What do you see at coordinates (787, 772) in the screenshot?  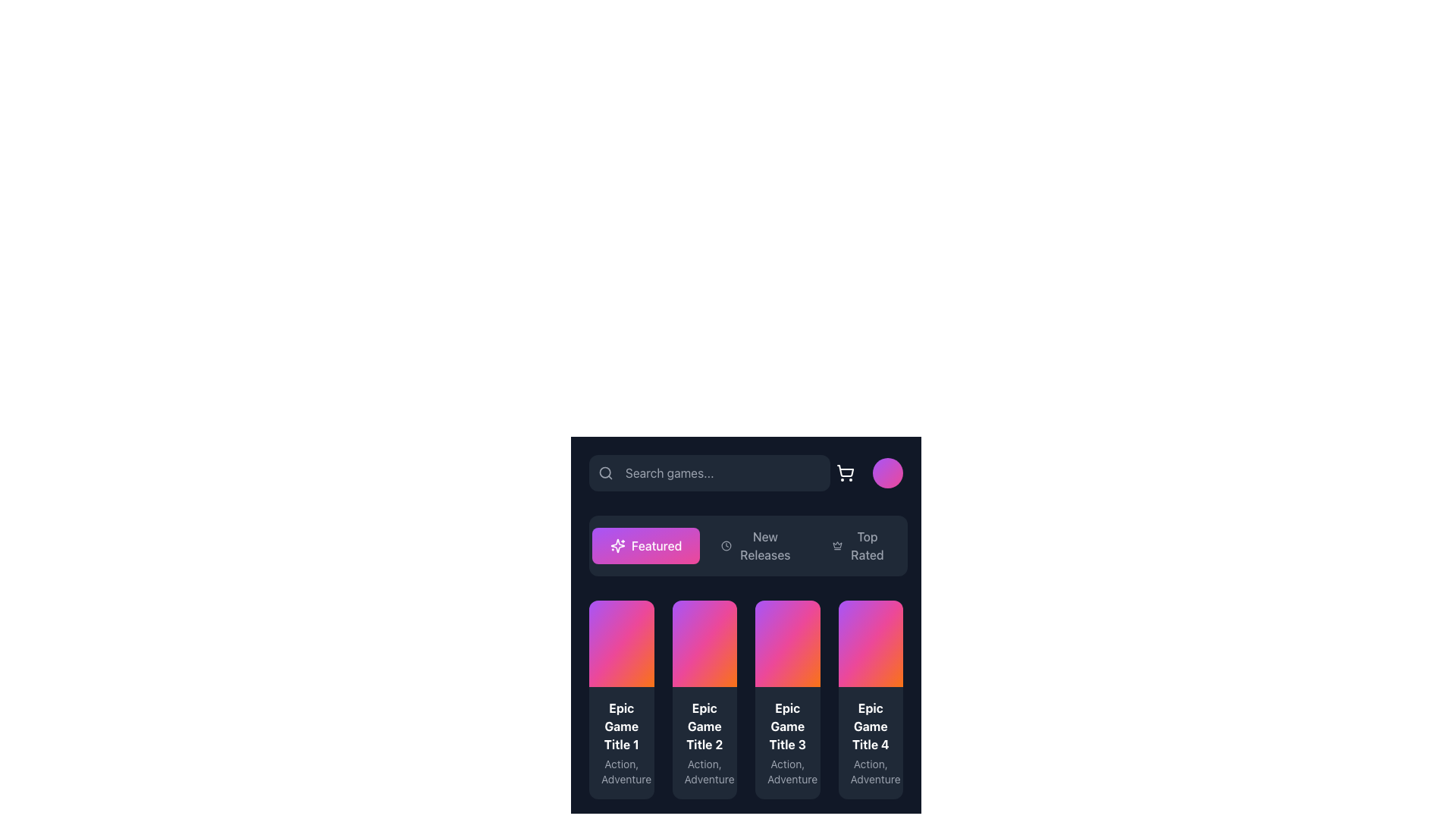 I see `the text label displaying the genres 'Action, Adventure' in light gray, located below the title 'Epic Game Title 3'` at bounding box center [787, 772].